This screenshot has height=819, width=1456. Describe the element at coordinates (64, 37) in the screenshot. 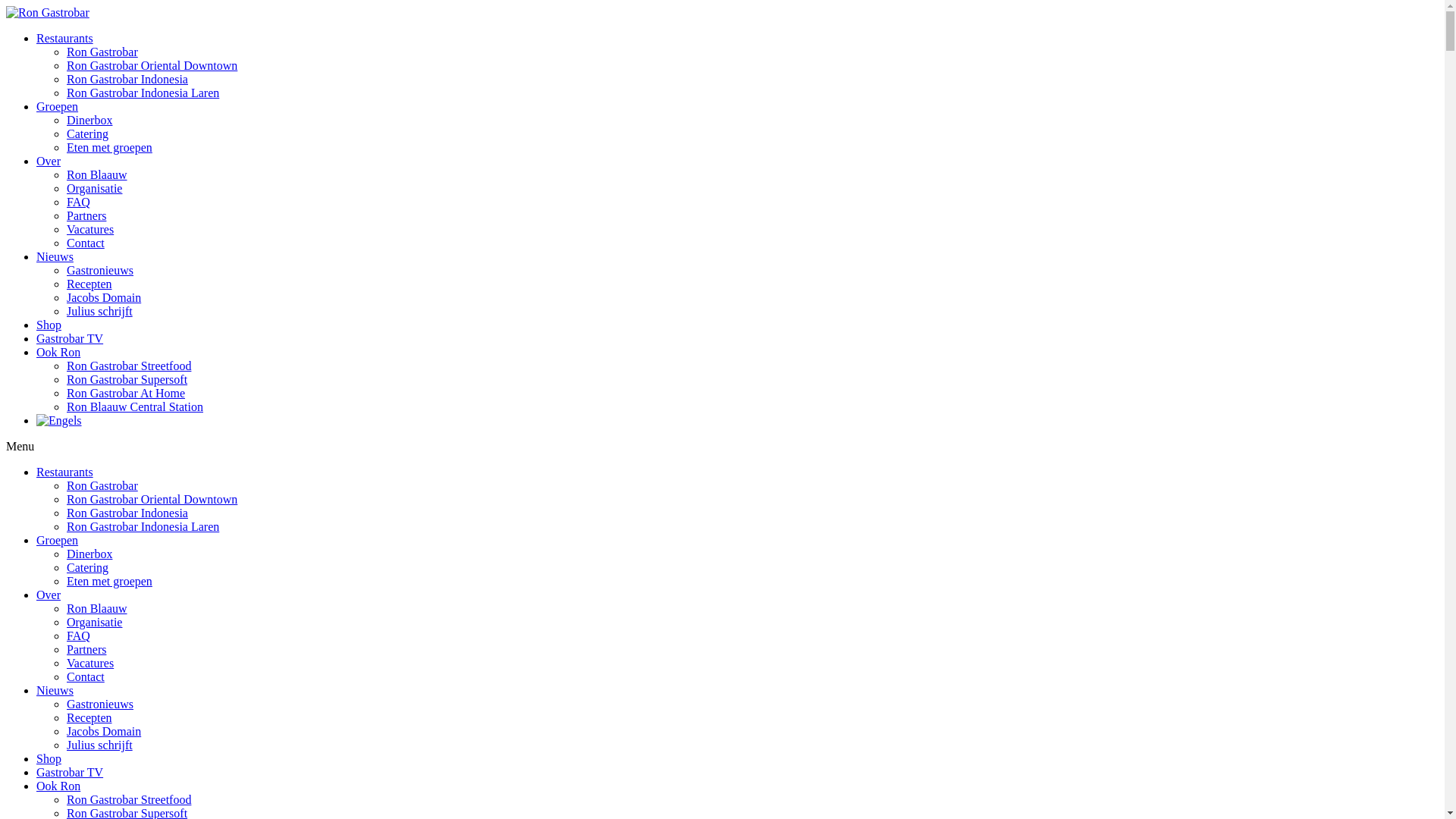

I see `'Restaurants'` at that location.